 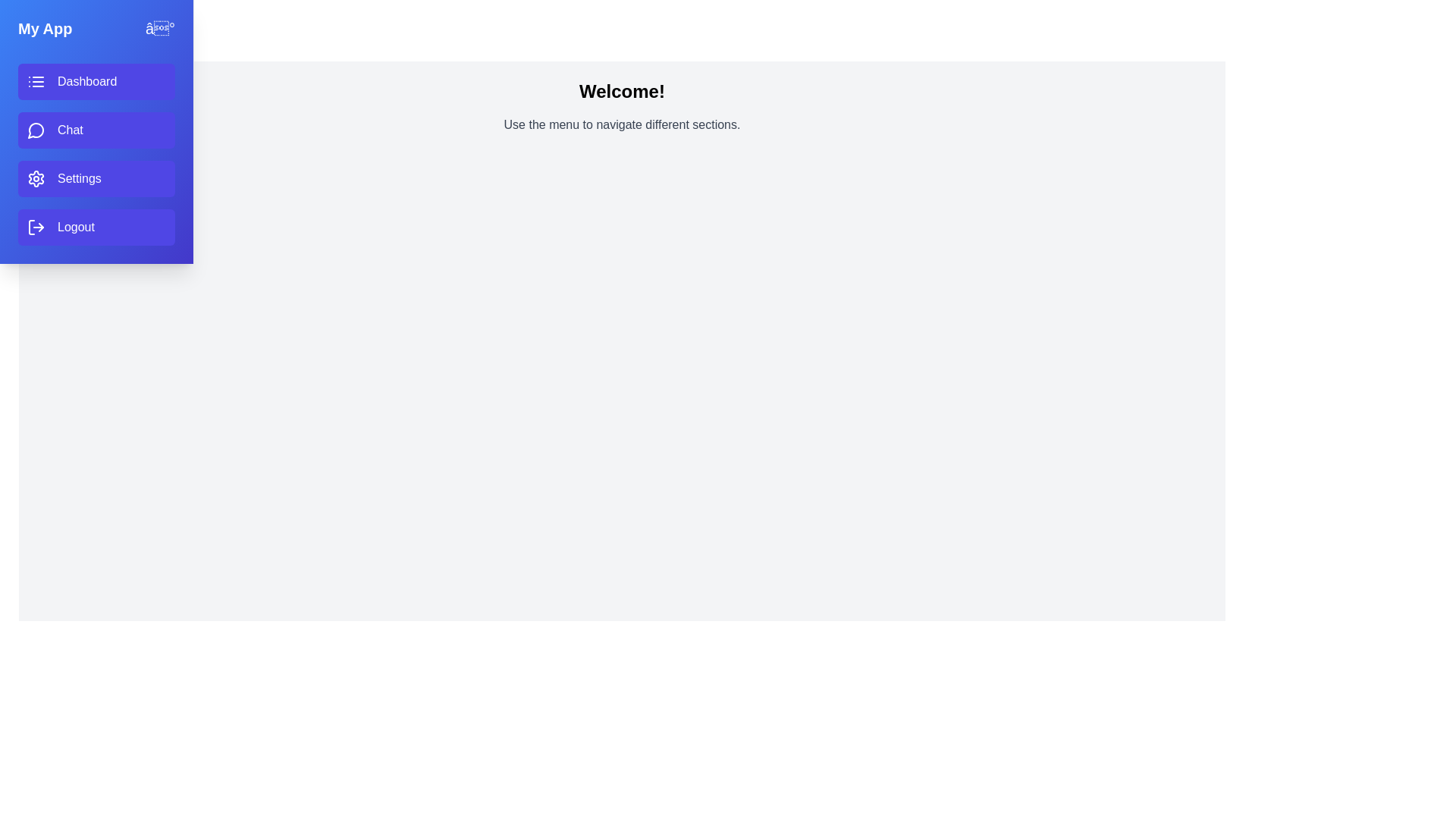 What do you see at coordinates (96, 227) in the screenshot?
I see `the menu item Logout to navigate to the corresponding section` at bounding box center [96, 227].